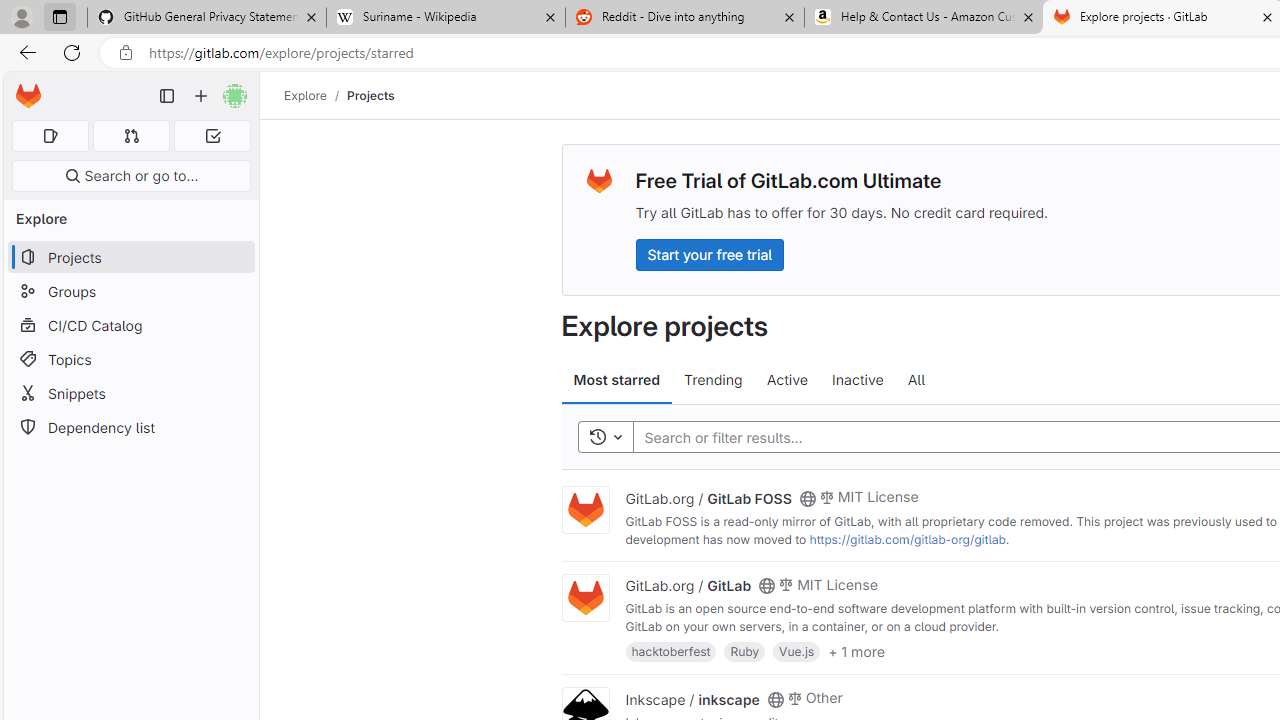  I want to click on 'Groups', so click(130, 291).